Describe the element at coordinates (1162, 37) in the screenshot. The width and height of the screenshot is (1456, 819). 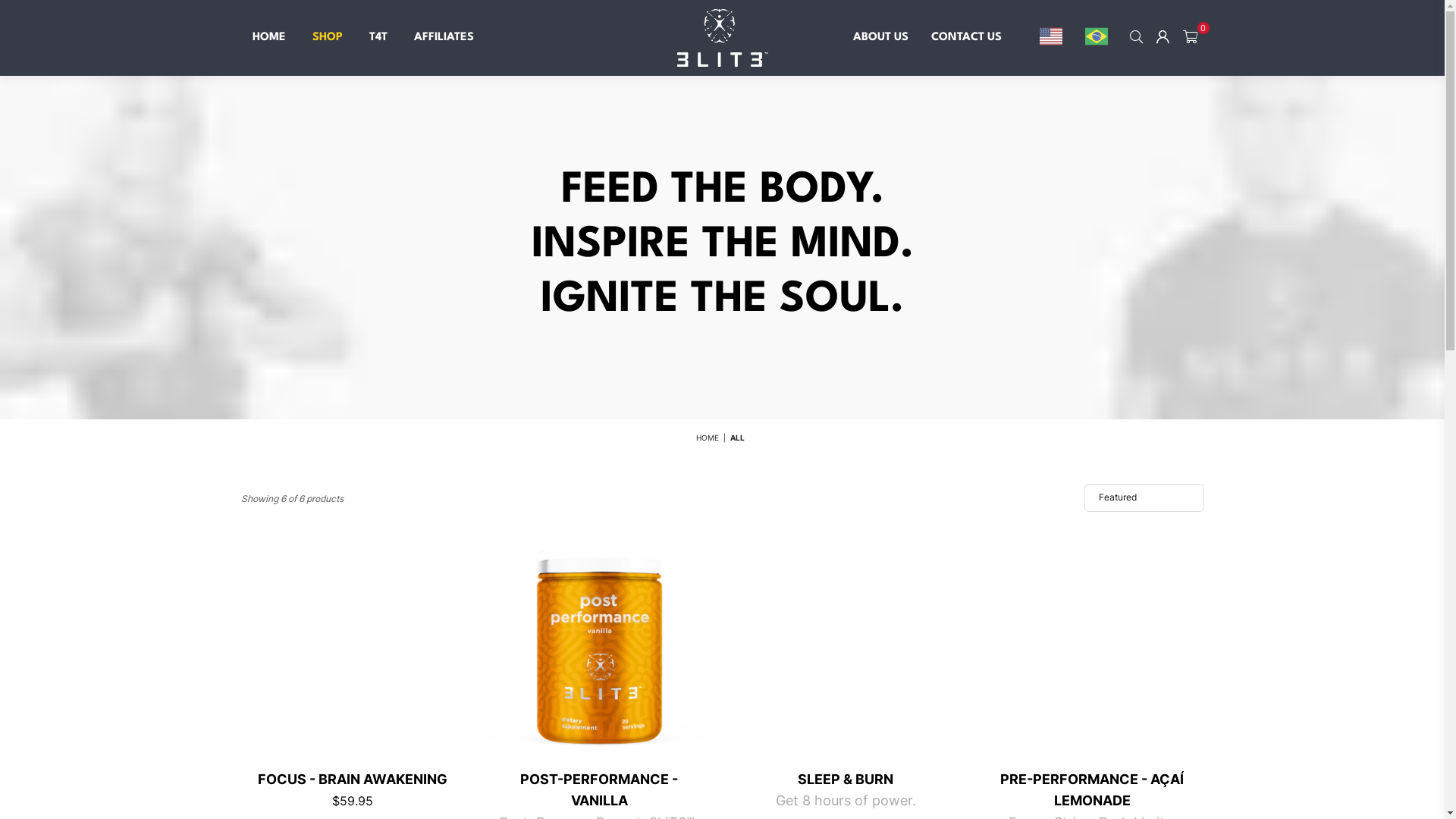
I see `'Logout'` at that location.